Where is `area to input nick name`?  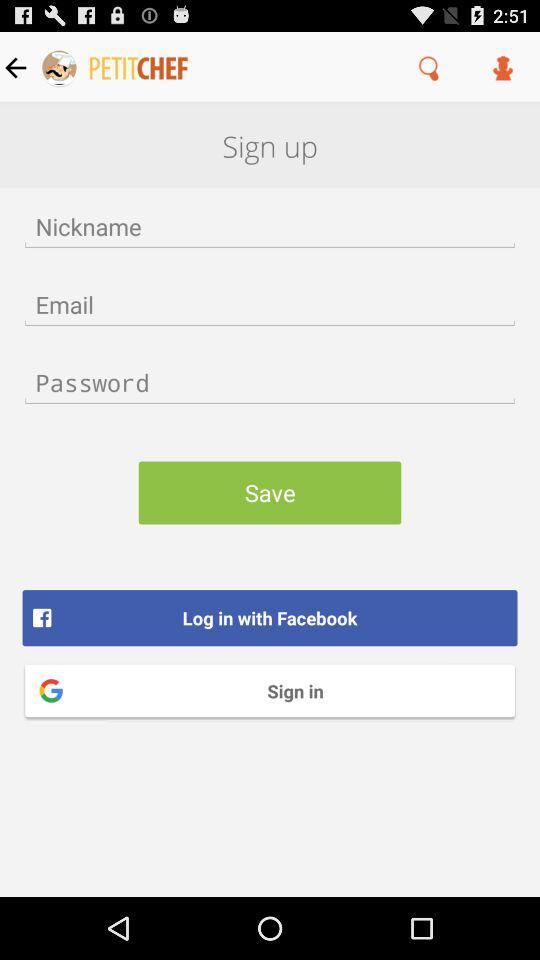
area to input nick name is located at coordinates (270, 226).